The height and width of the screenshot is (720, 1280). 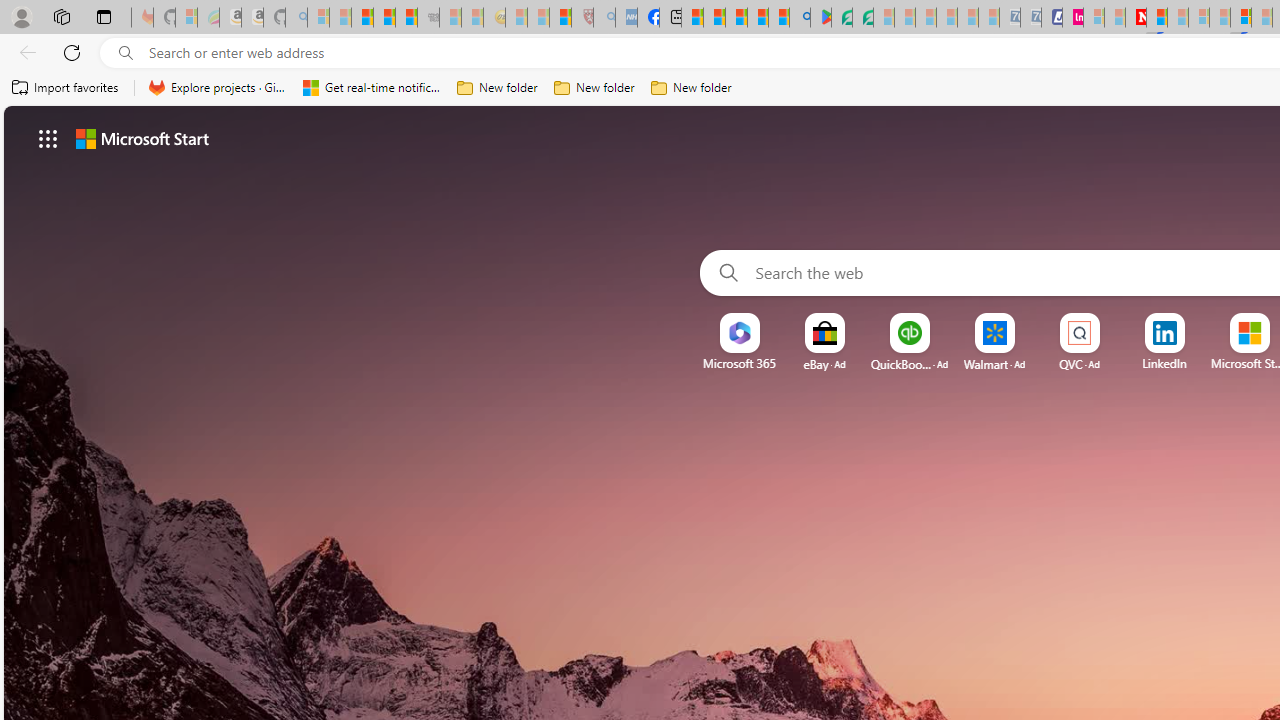 What do you see at coordinates (1164, 363) in the screenshot?
I see `'LinkedIn'` at bounding box center [1164, 363].